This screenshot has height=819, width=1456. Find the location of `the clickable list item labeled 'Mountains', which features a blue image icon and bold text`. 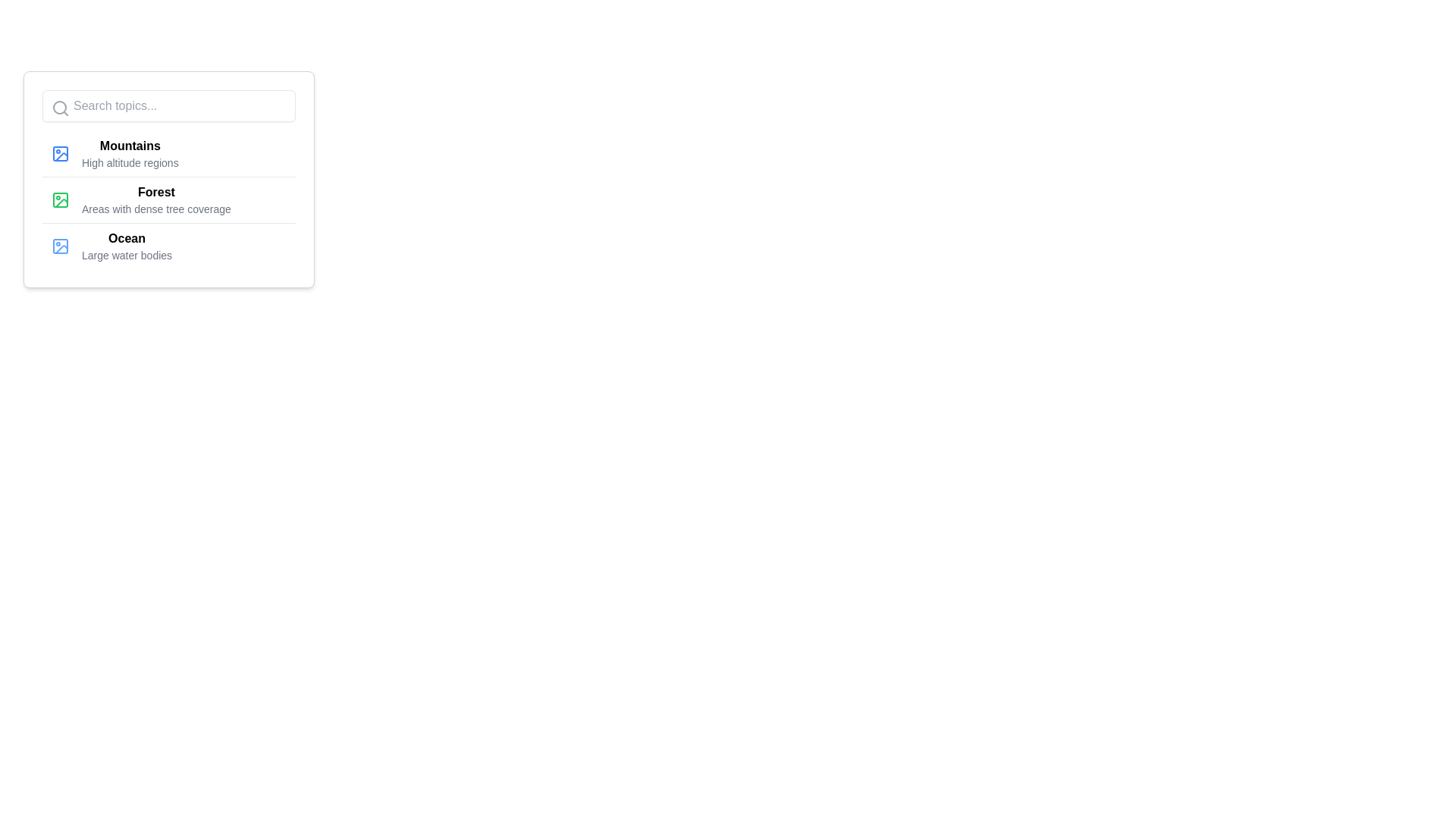

the clickable list item labeled 'Mountains', which features a blue image icon and bold text is located at coordinates (168, 154).